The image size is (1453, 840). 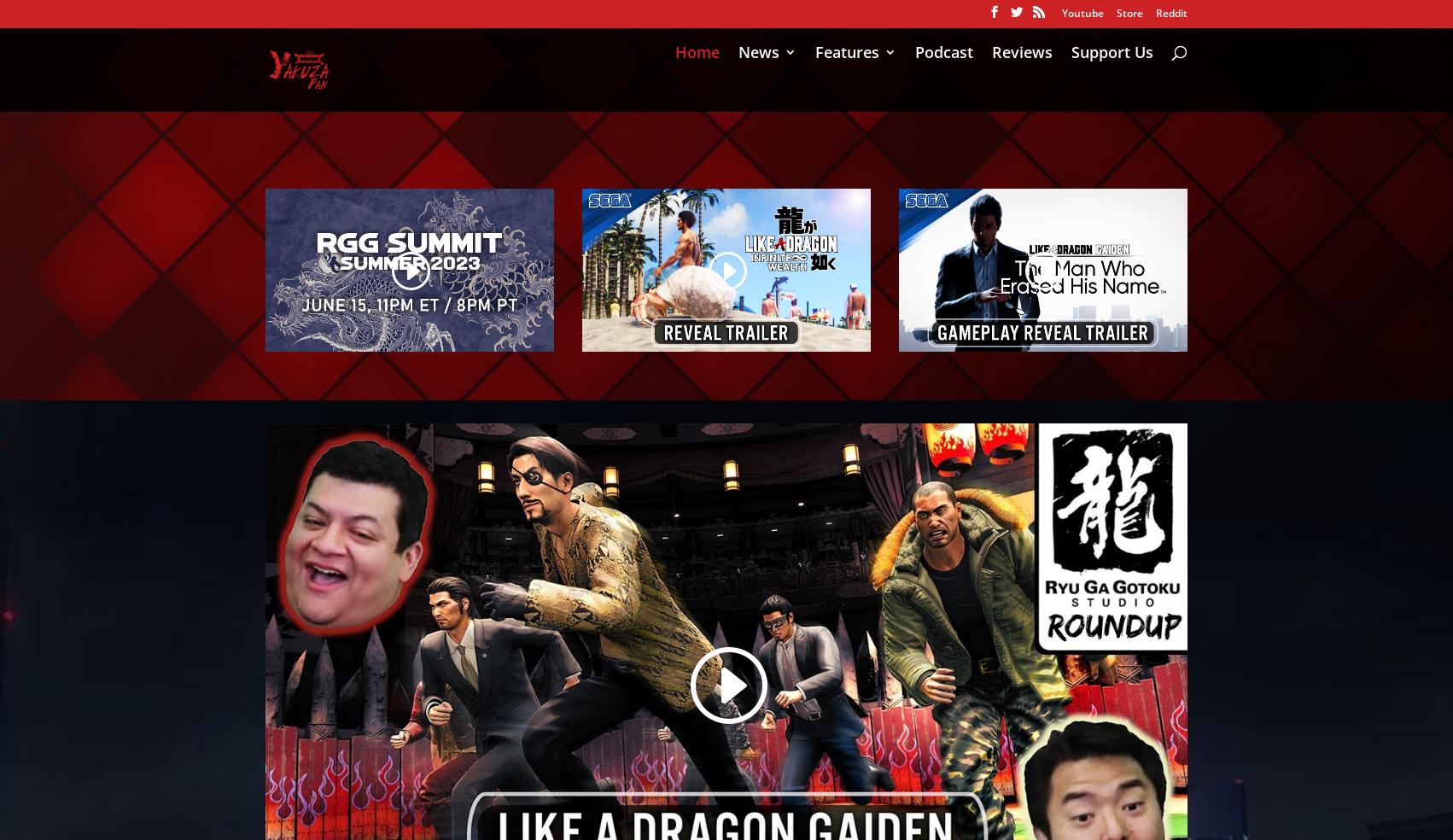 I want to click on 'Merch', so click(x=872, y=320).